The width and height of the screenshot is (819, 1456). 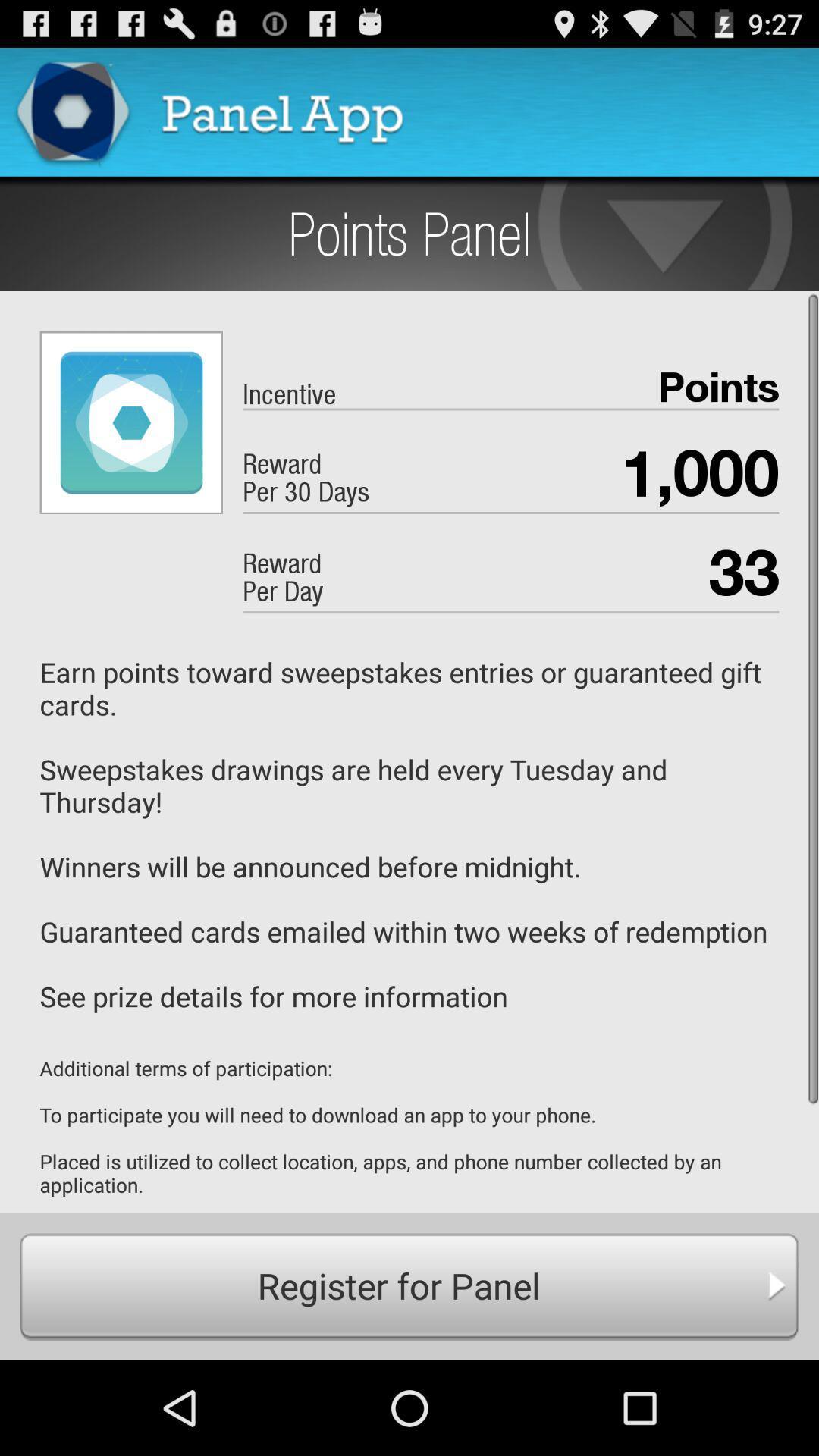 I want to click on the register for panel, so click(x=409, y=1285).